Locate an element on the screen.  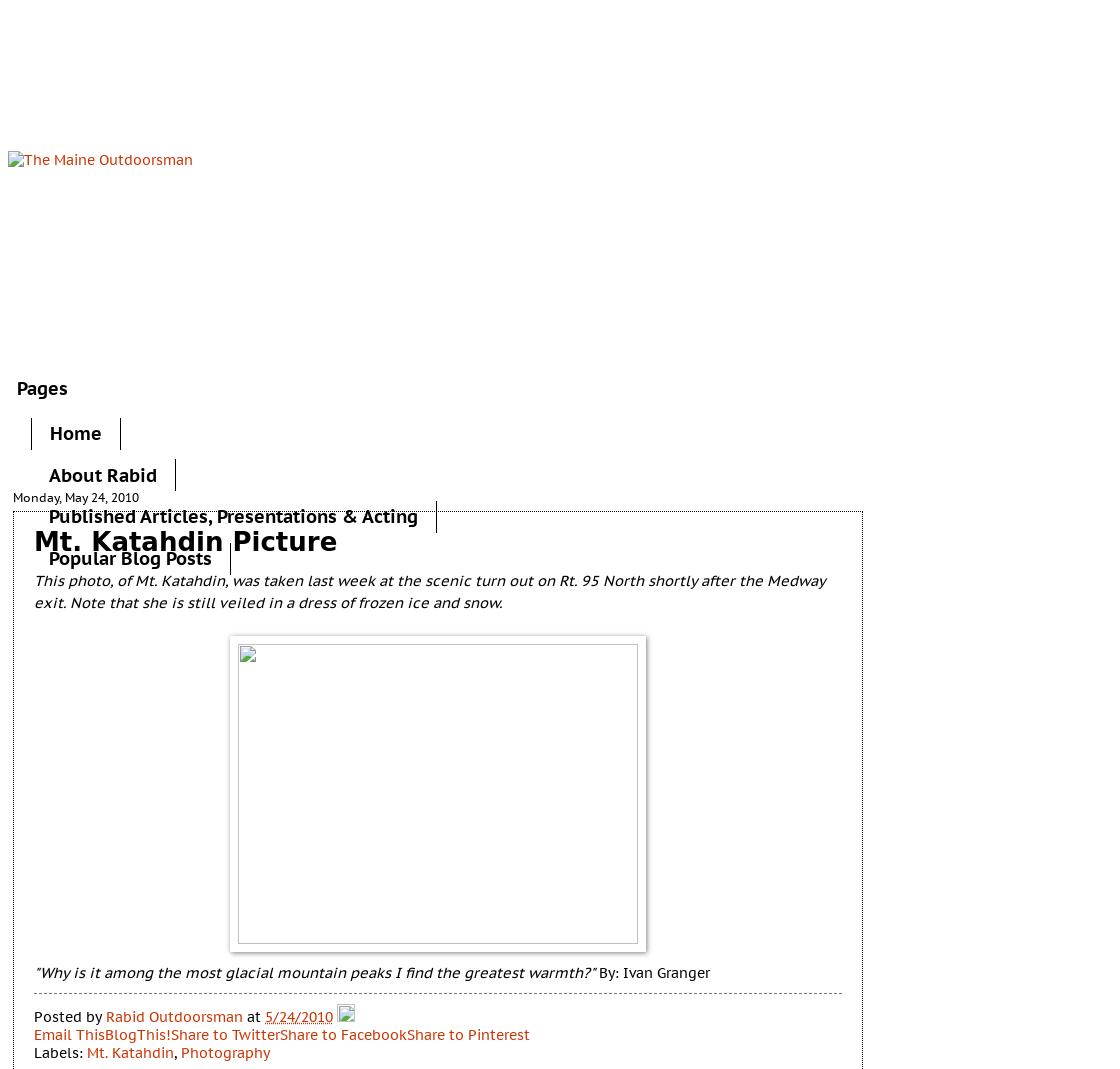
'Mt. Katahdin Picture' is located at coordinates (34, 541).